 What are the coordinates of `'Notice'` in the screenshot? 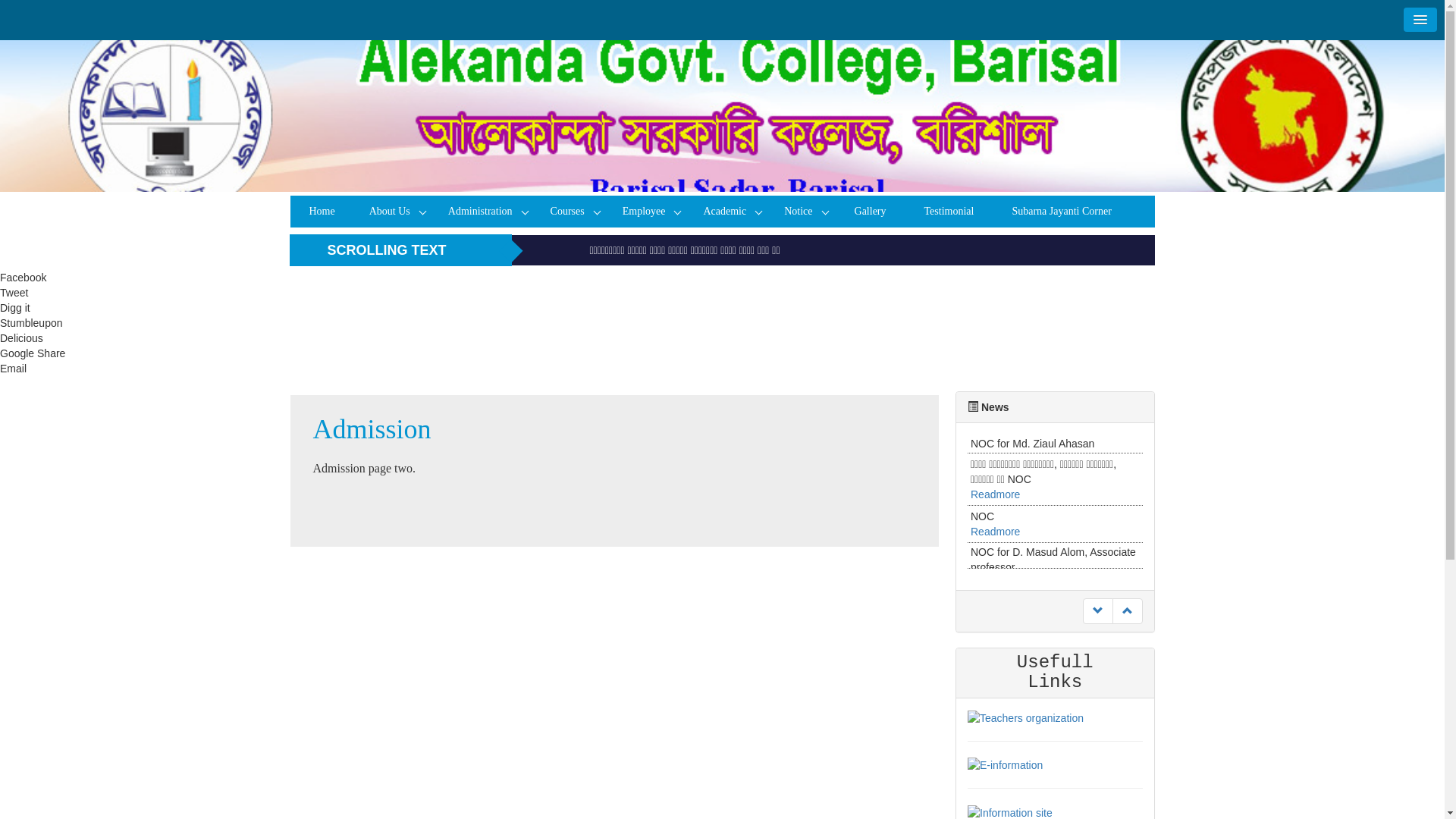 It's located at (801, 211).